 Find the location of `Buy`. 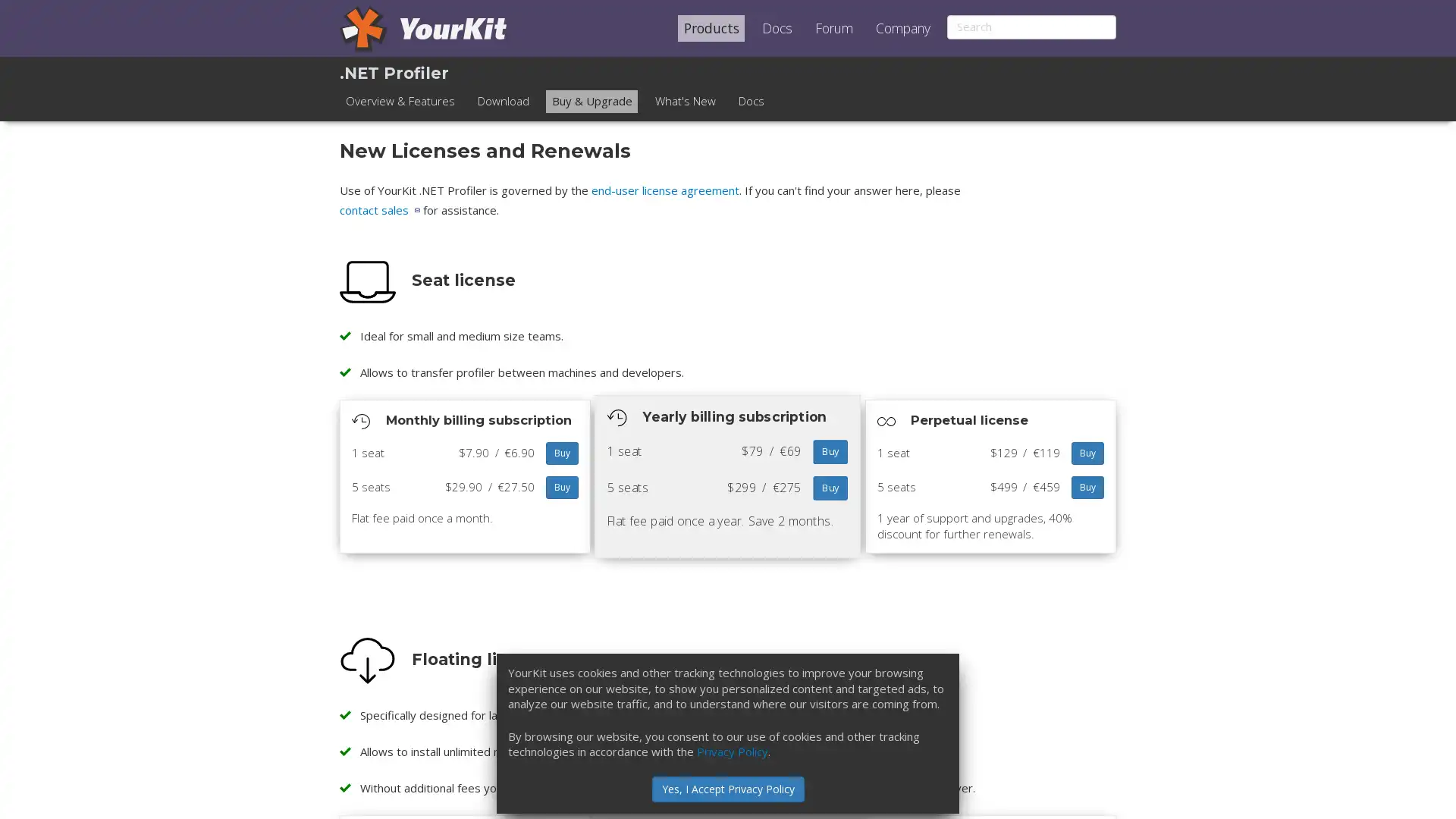

Buy is located at coordinates (561, 452).